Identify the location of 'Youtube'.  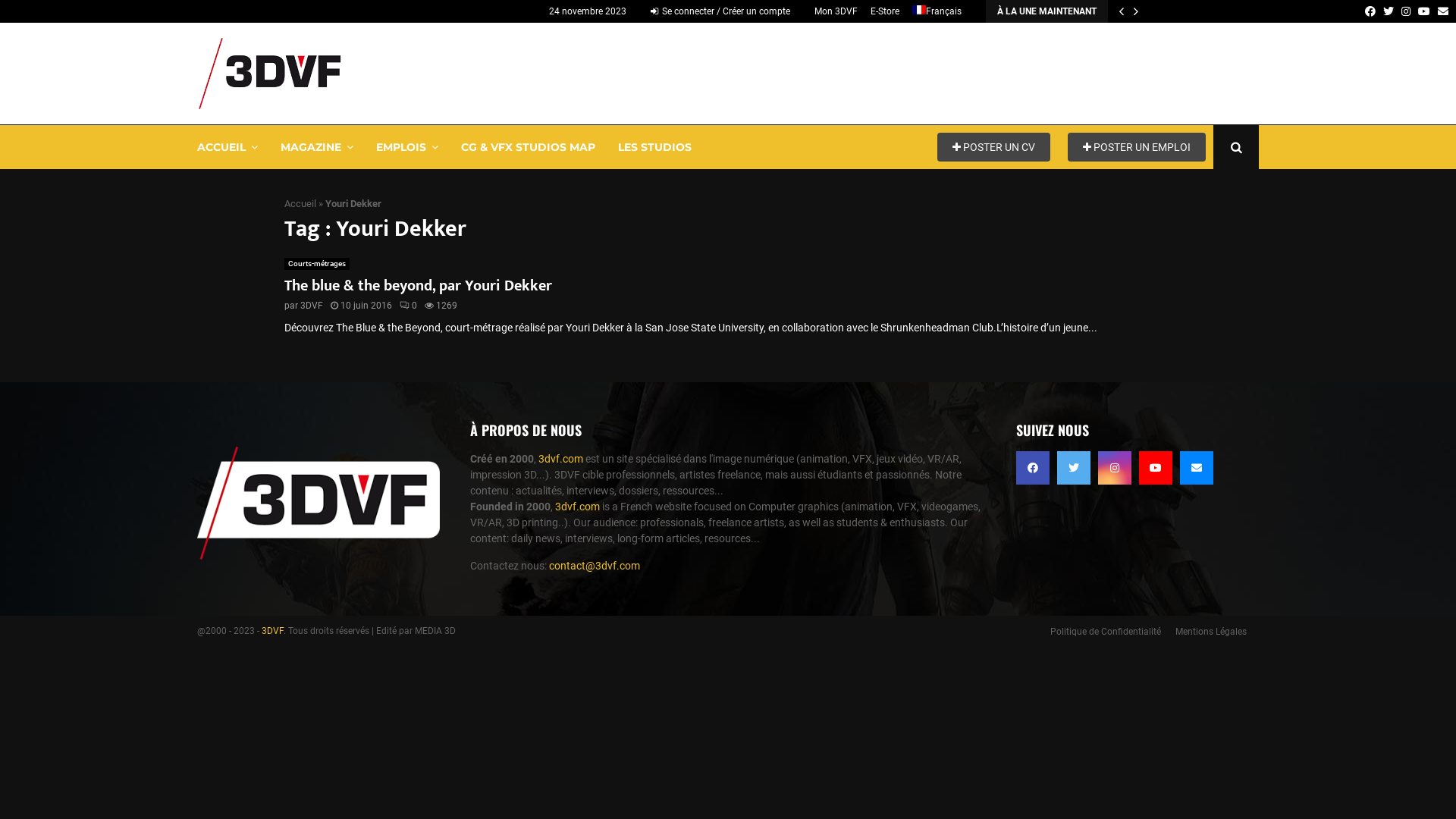
(1423, 11).